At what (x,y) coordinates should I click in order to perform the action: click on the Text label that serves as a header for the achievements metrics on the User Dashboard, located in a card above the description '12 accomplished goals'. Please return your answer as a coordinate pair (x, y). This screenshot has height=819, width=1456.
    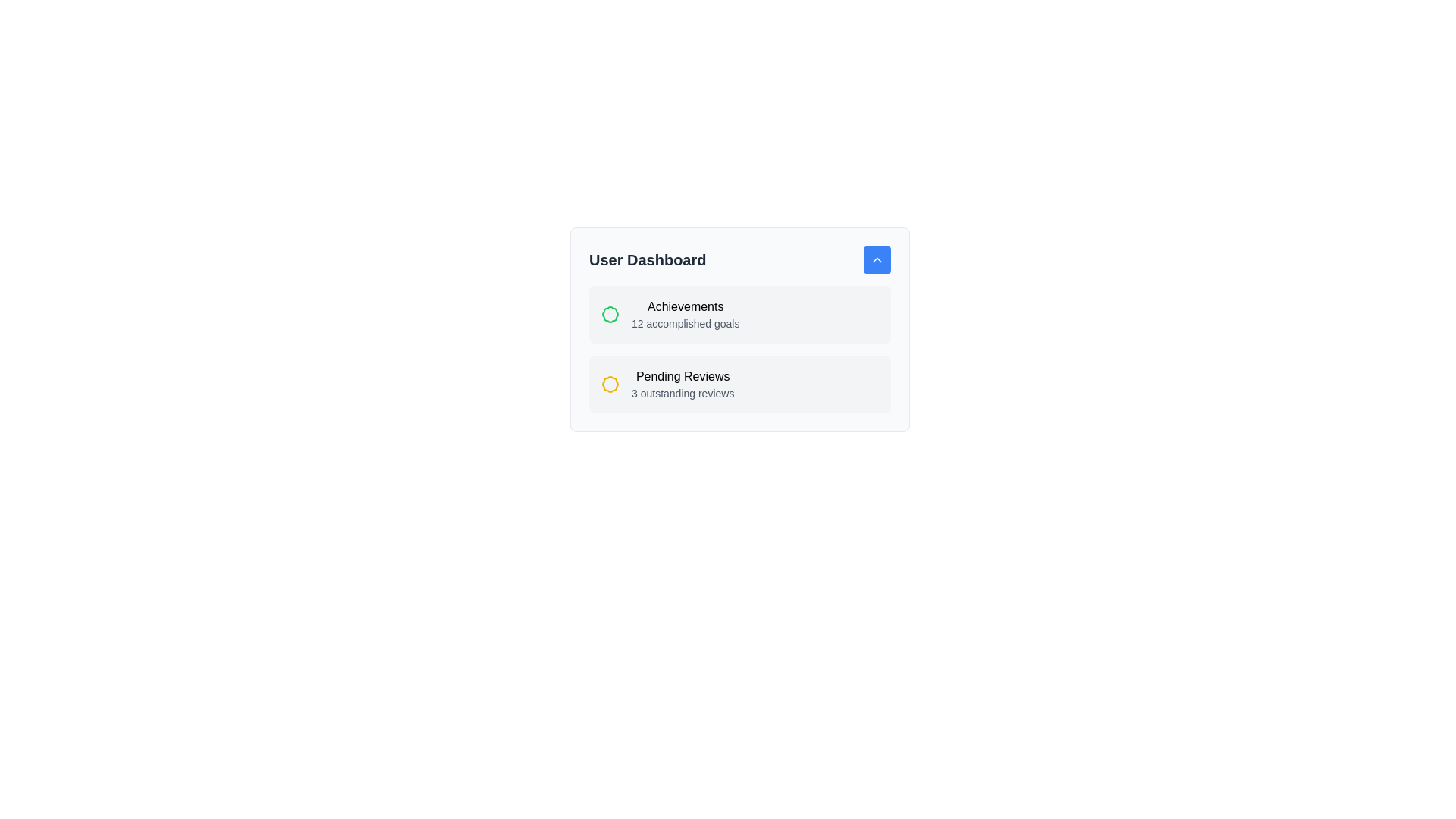
    Looking at the image, I should click on (685, 307).